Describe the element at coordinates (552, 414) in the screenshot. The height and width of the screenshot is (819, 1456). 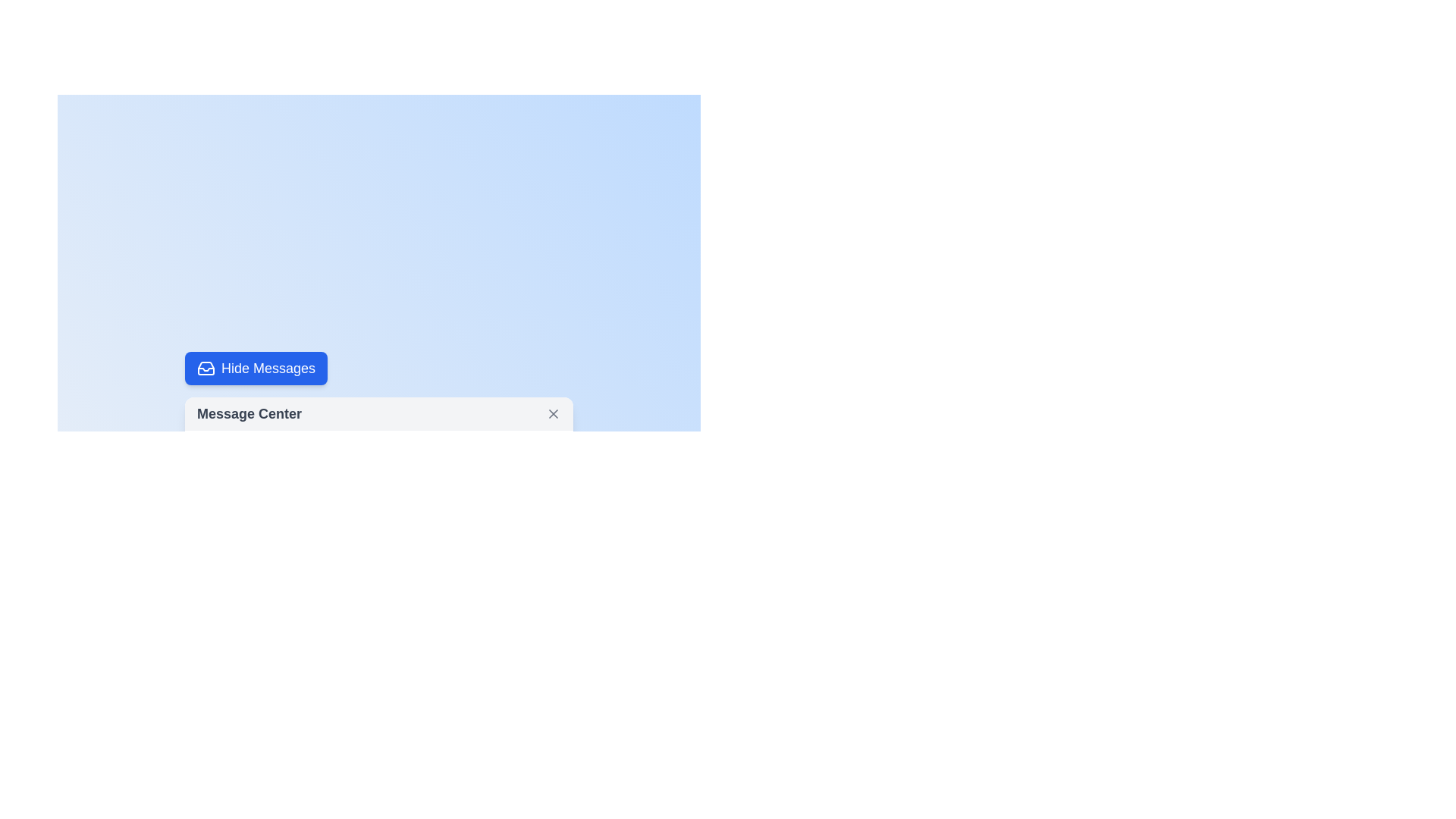
I see `the close button located on the right side of the 'Message Center' header to change its color` at that location.